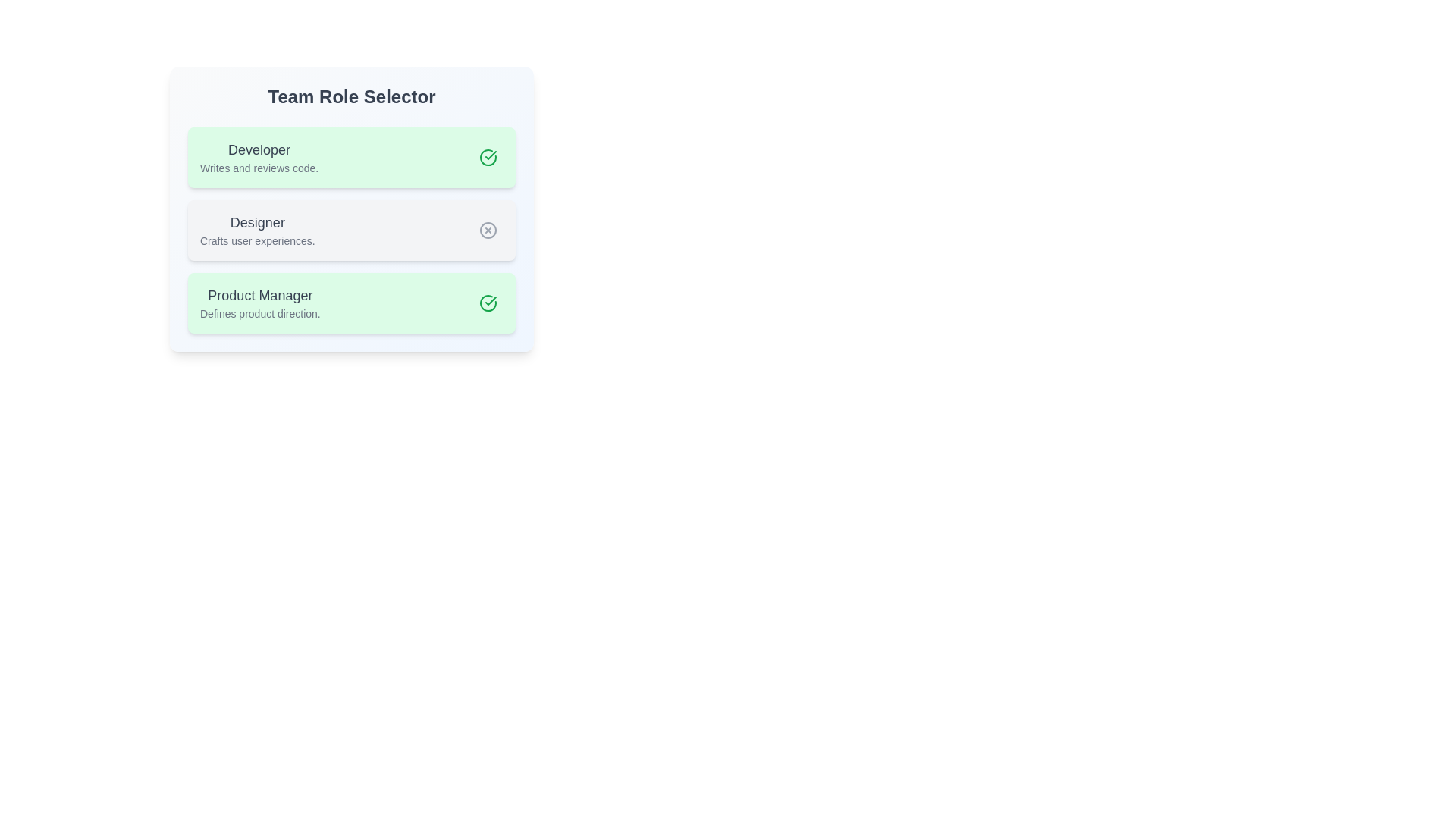  What do you see at coordinates (259, 303) in the screenshot?
I see `the description of the role Product Manager` at bounding box center [259, 303].